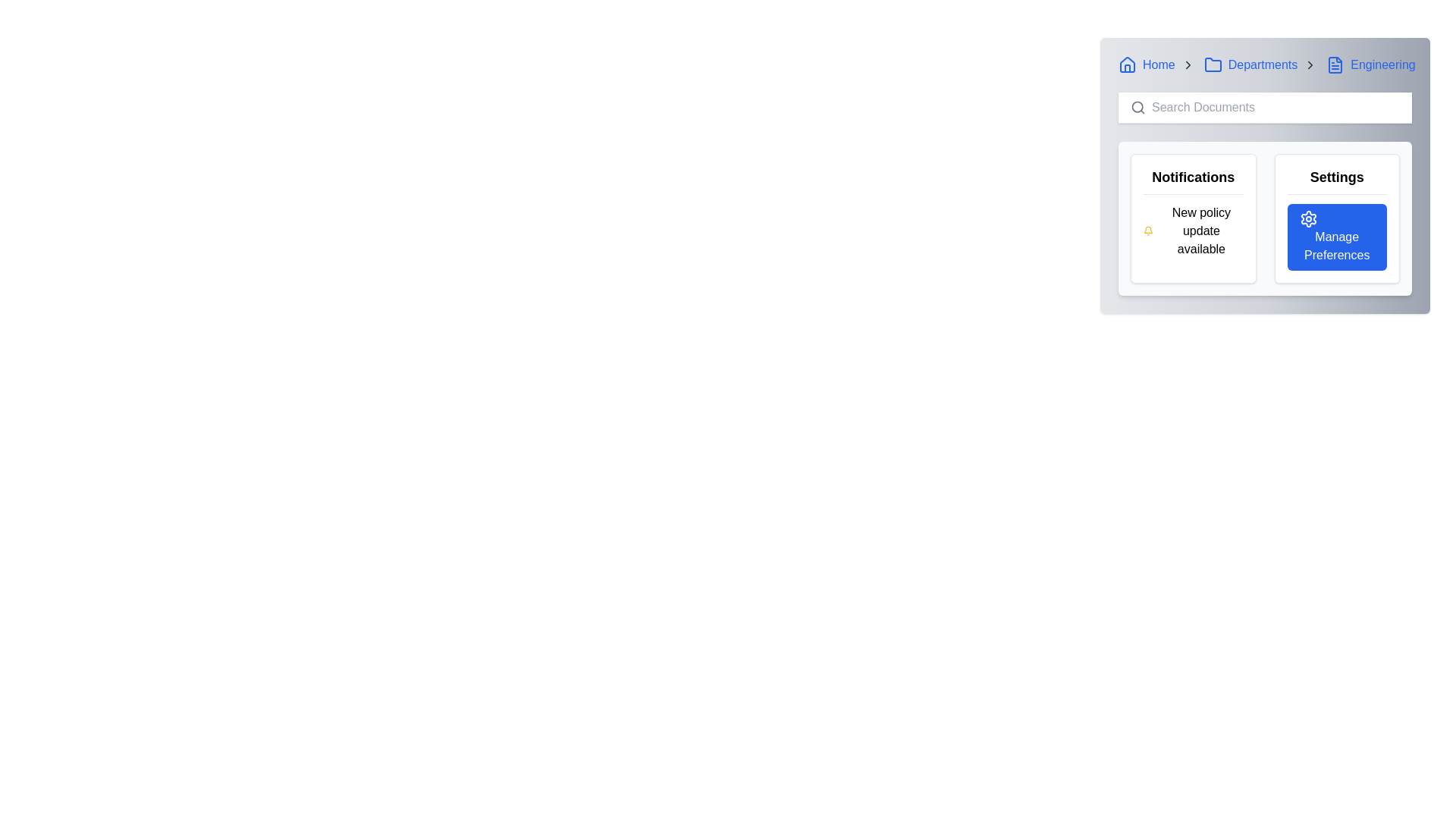  What do you see at coordinates (1187, 64) in the screenshot?
I see `the right-facing chevron icon within the SVG component located in the header bar, which separates the 'Departments' and 'Engineering' labels` at bounding box center [1187, 64].